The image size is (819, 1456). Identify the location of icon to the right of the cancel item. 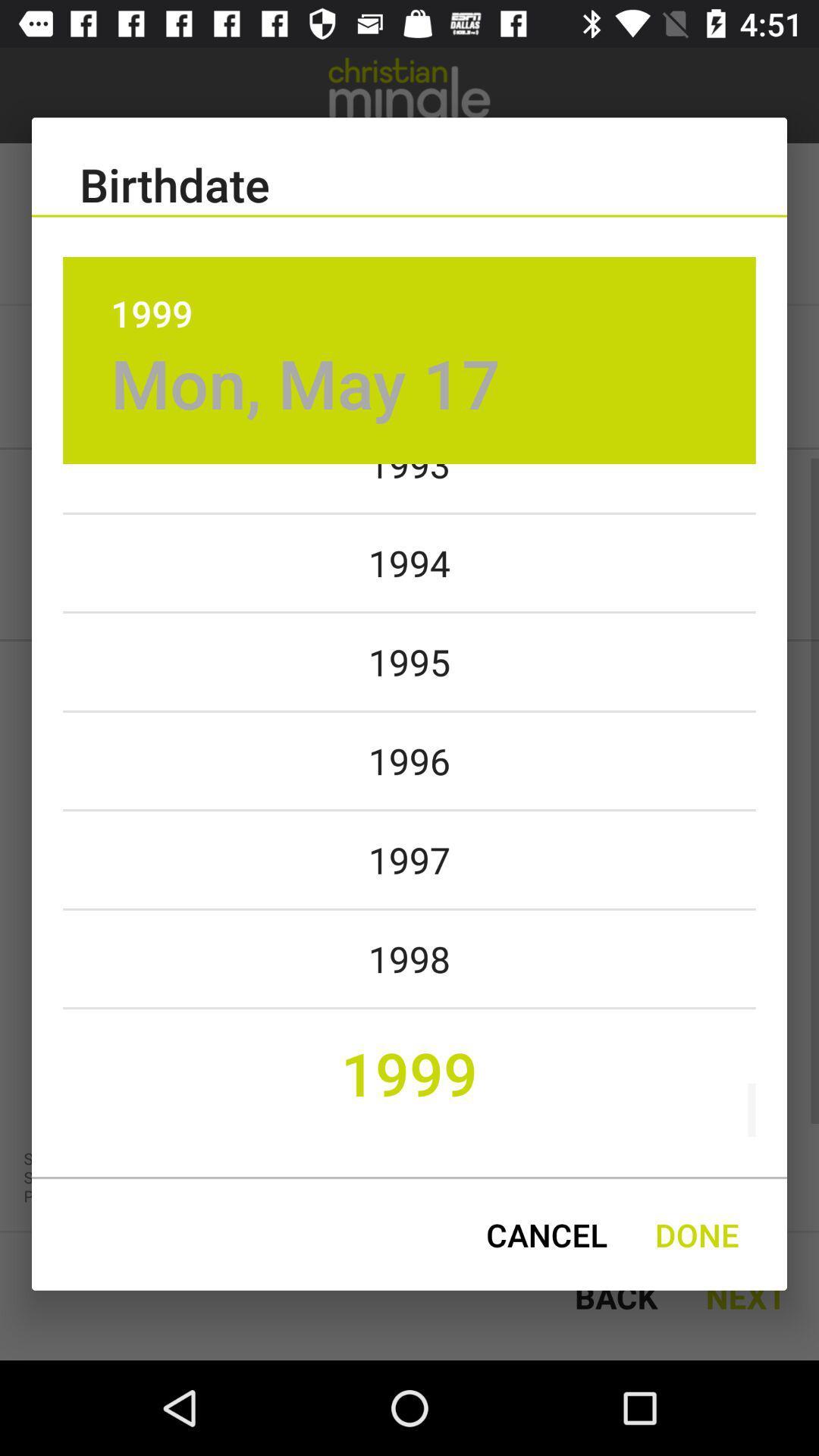
(697, 1235).